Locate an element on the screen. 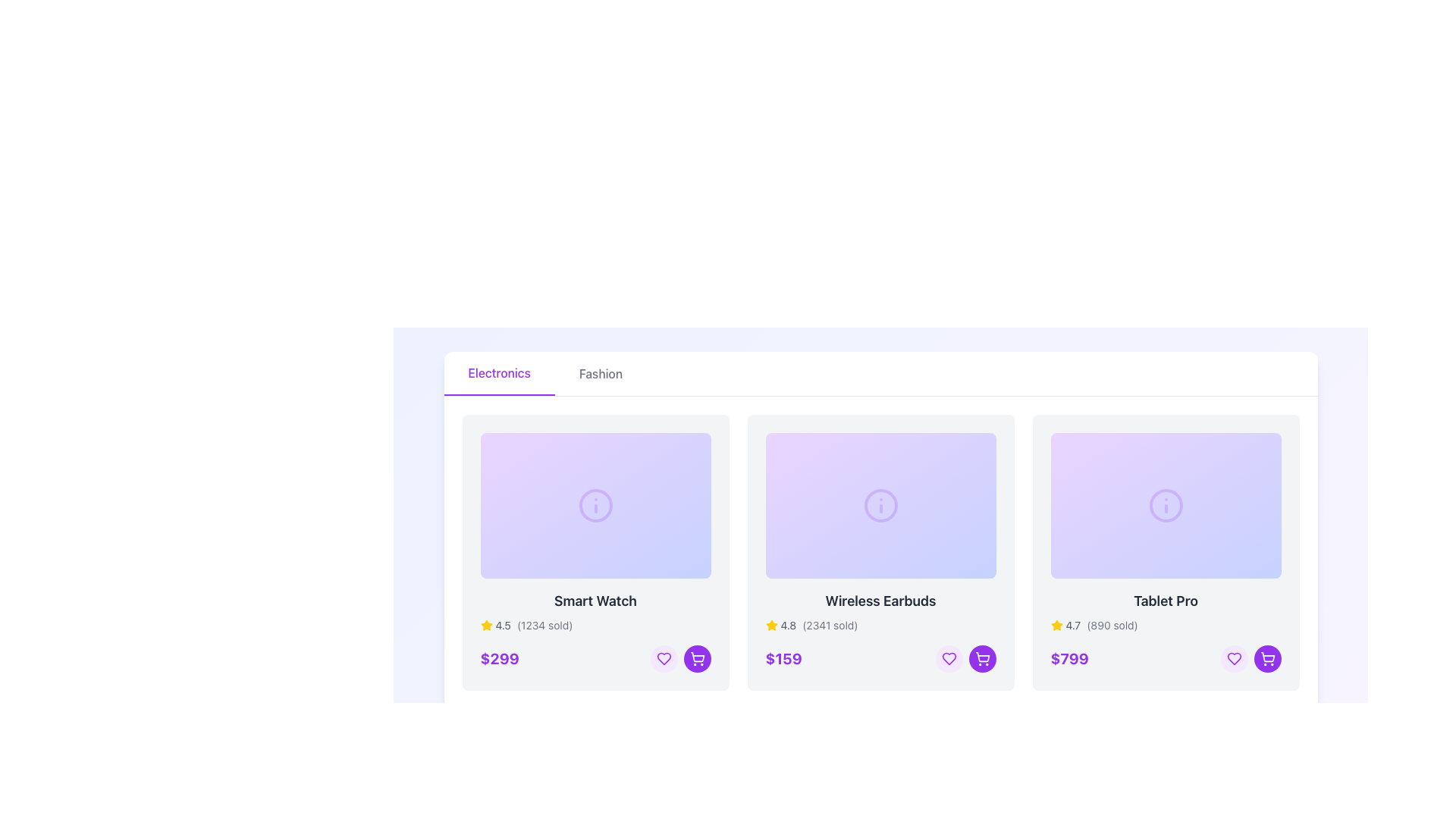 The height and width of the screenshot is (819, 1456). the interactive button group located at the bottom-right corner of the product card, next to the price ($299) and beneath the product description (Smart Watch) is located at coordinates (679, 657).